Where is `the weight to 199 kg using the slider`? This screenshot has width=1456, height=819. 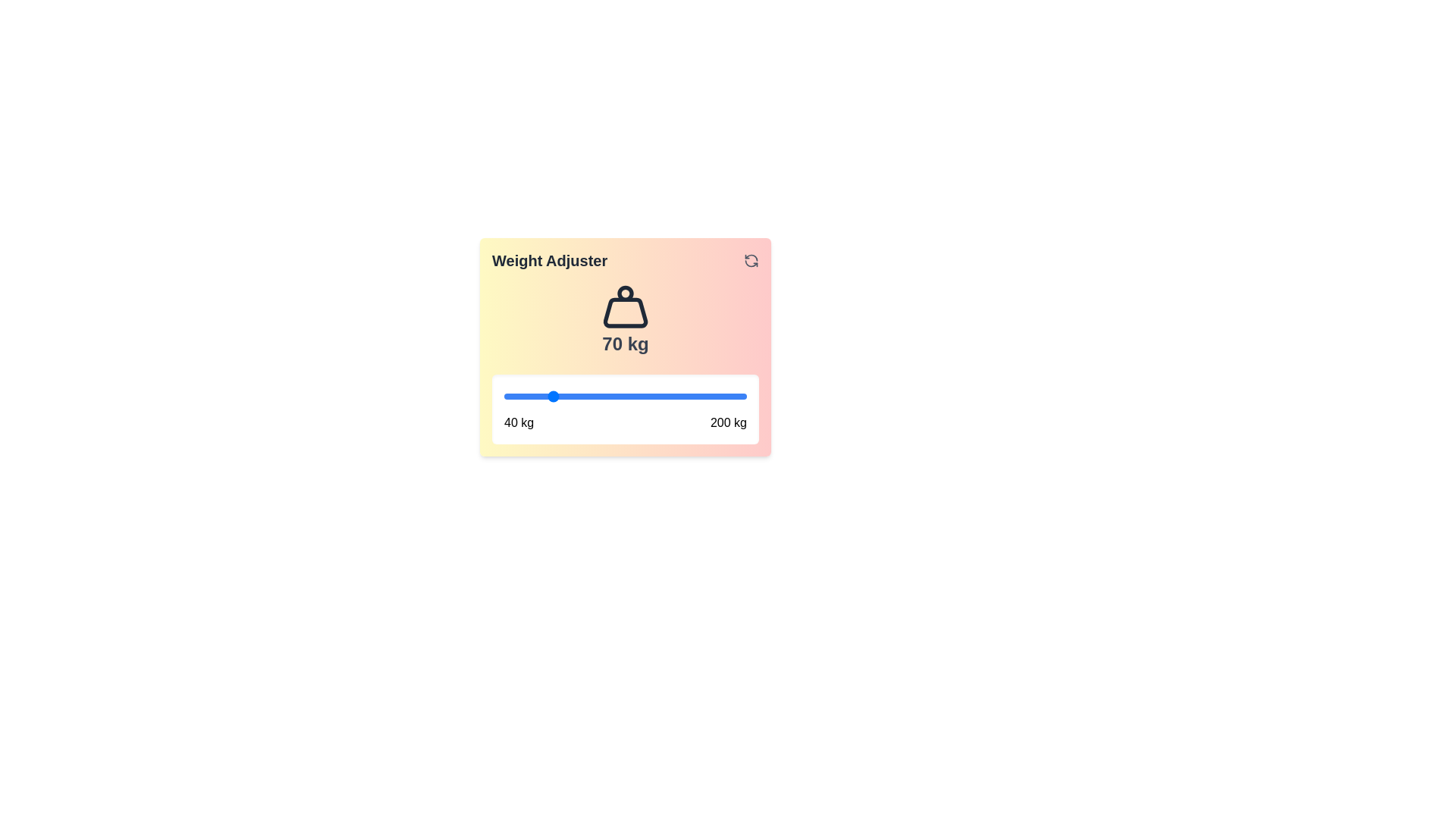
the weight to 199 kg using the slider is located at coordinates (745, 396).